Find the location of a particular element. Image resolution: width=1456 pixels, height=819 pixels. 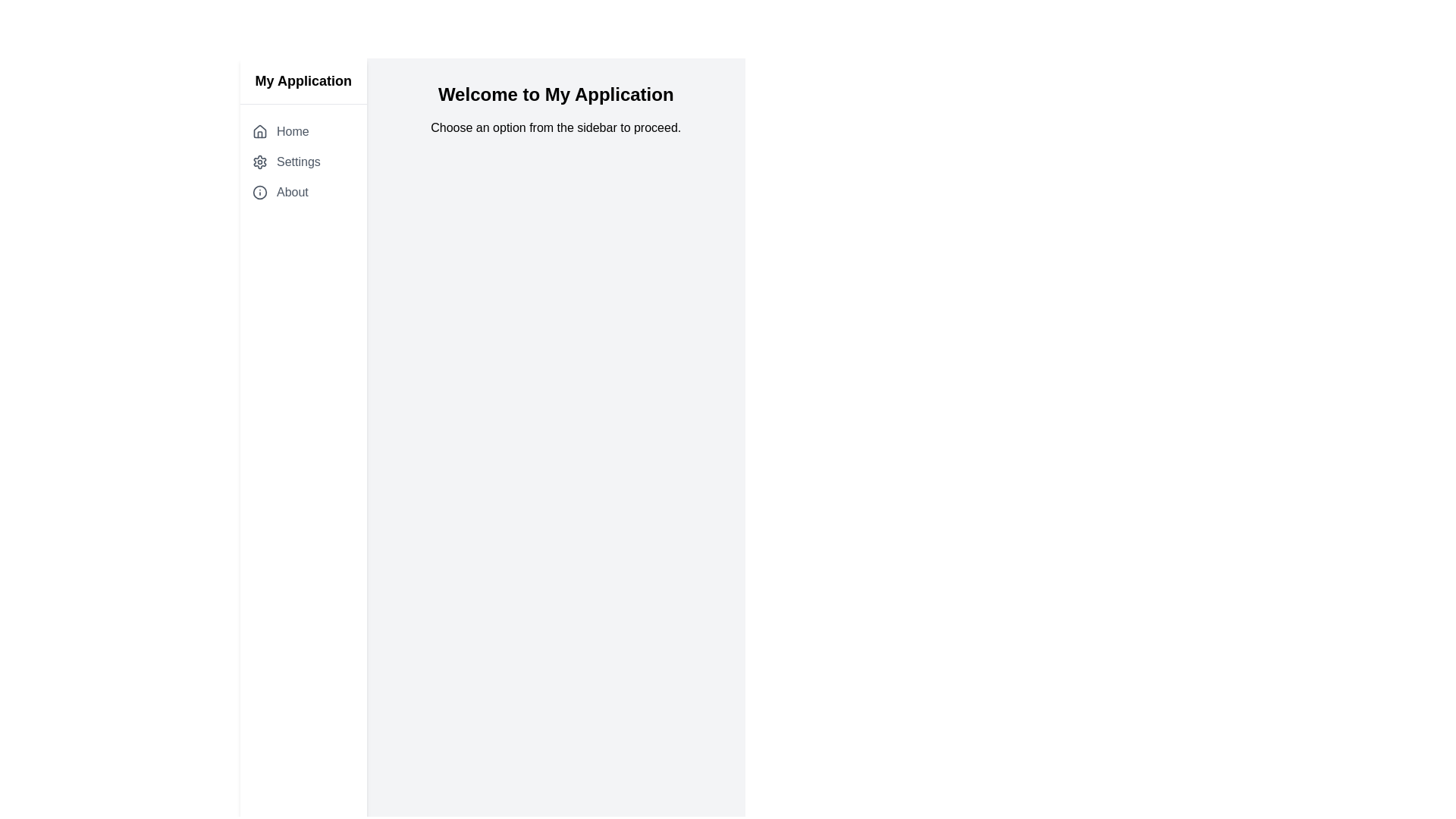

the 'Settings' hyperlink navigation item, which is styled with gray text and a gear icon is located at coordinates (303, 162).